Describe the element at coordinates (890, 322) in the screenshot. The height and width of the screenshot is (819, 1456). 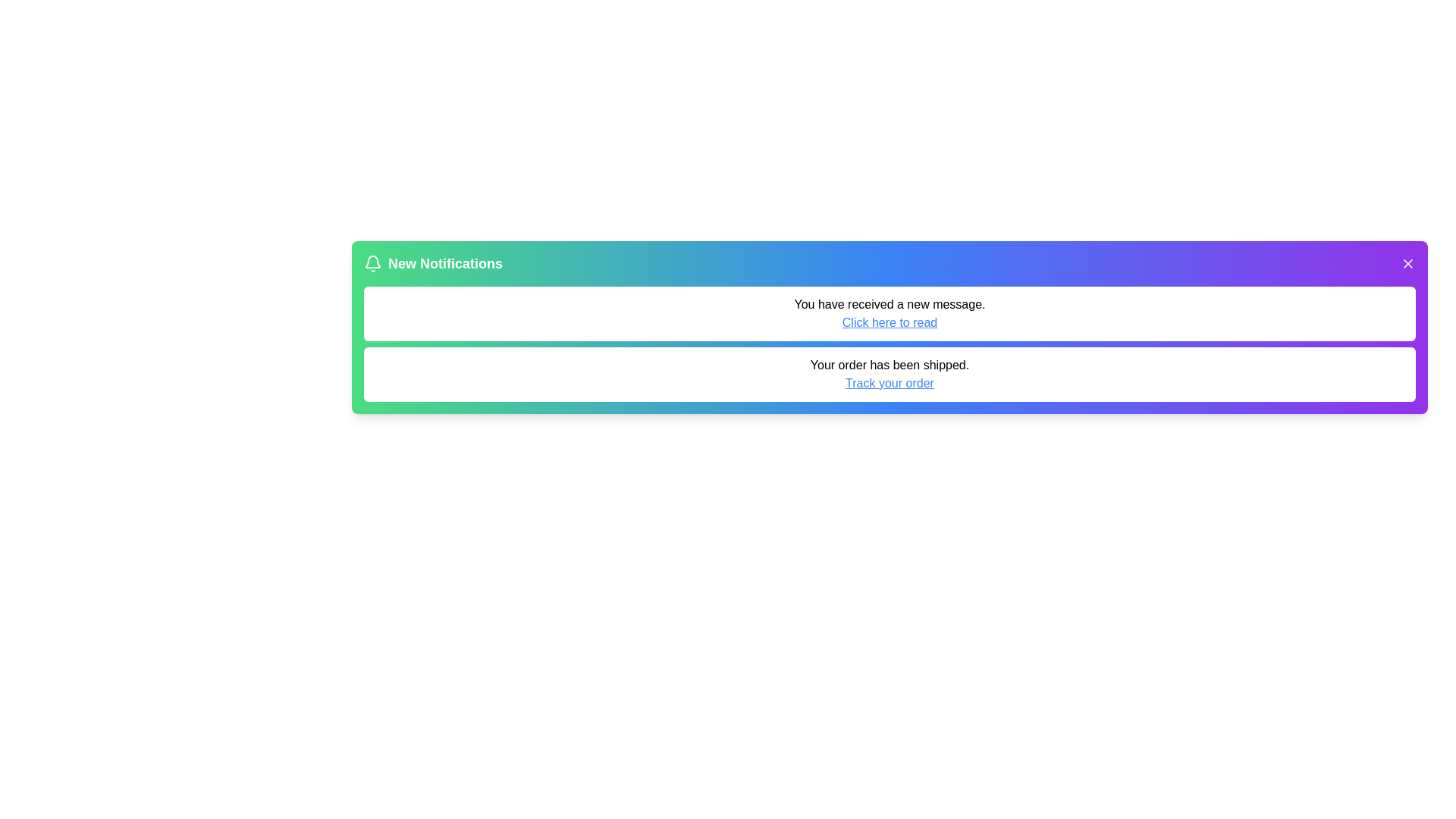
I see `the hyperlink located within the white-bordered notification box below the message 'You have received a new message.'` at that location.